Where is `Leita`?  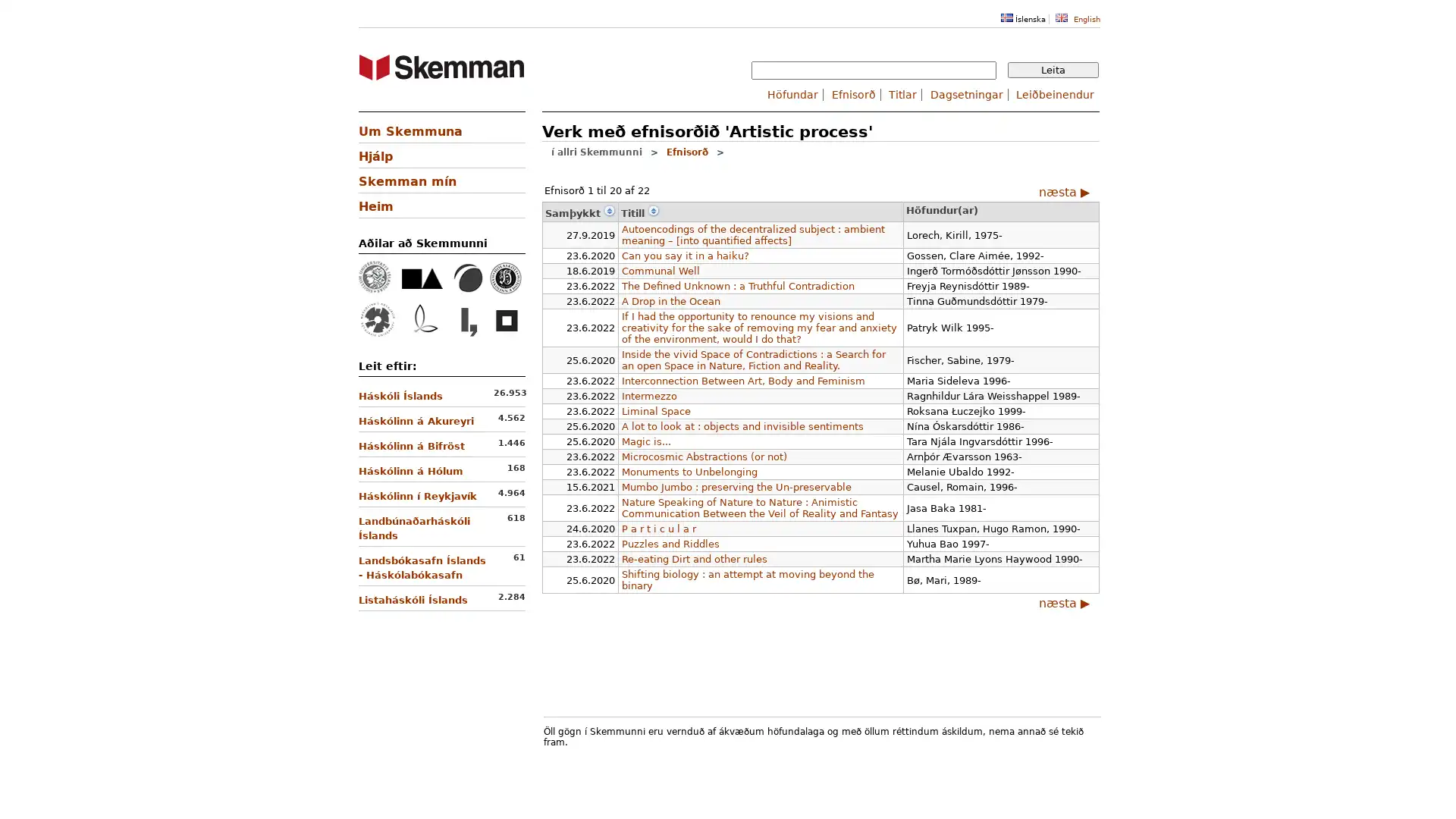 Leita is located at coordinates (1052, 70).